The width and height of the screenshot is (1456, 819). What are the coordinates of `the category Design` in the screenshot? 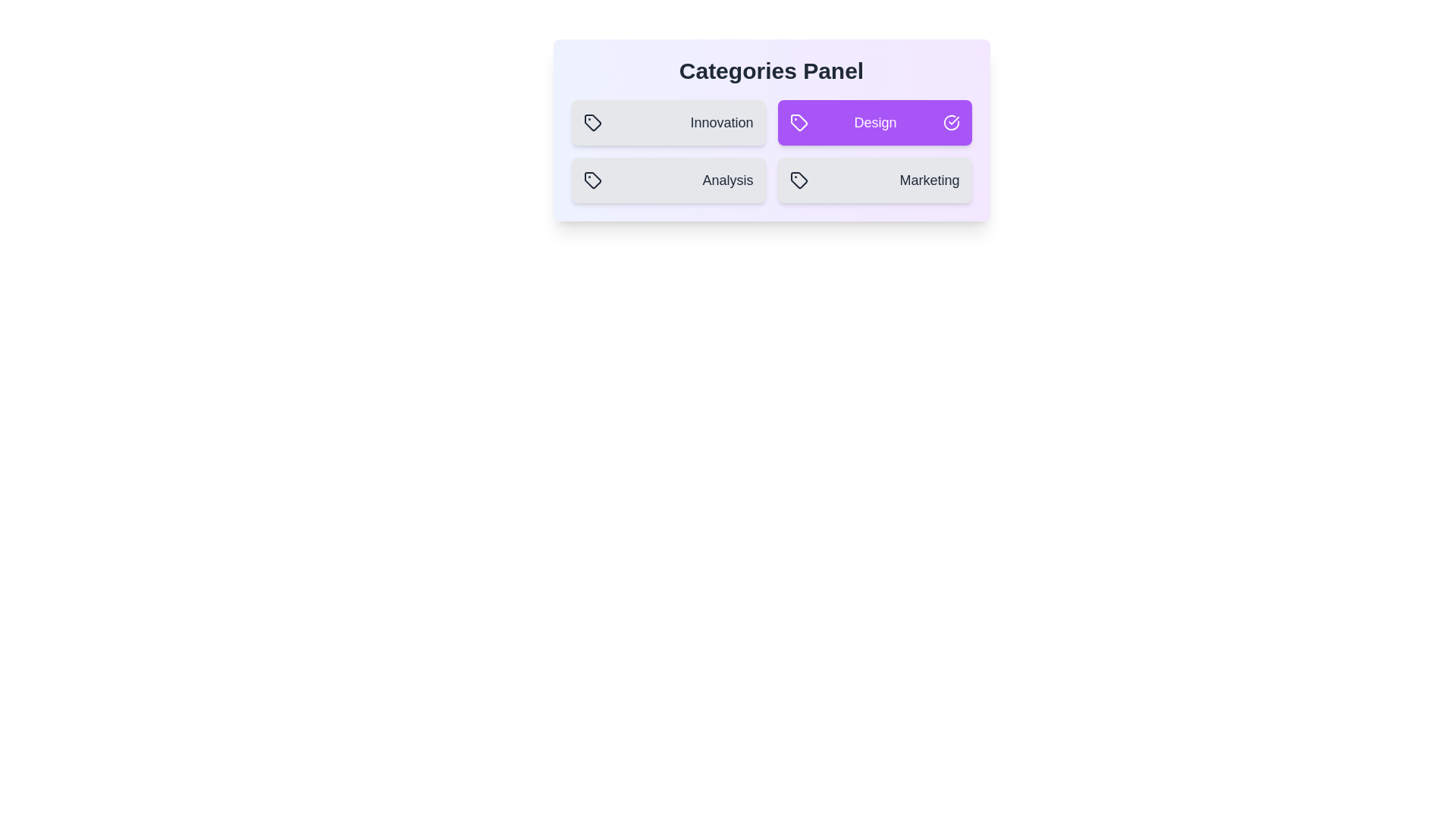 It's located at (874, 122).